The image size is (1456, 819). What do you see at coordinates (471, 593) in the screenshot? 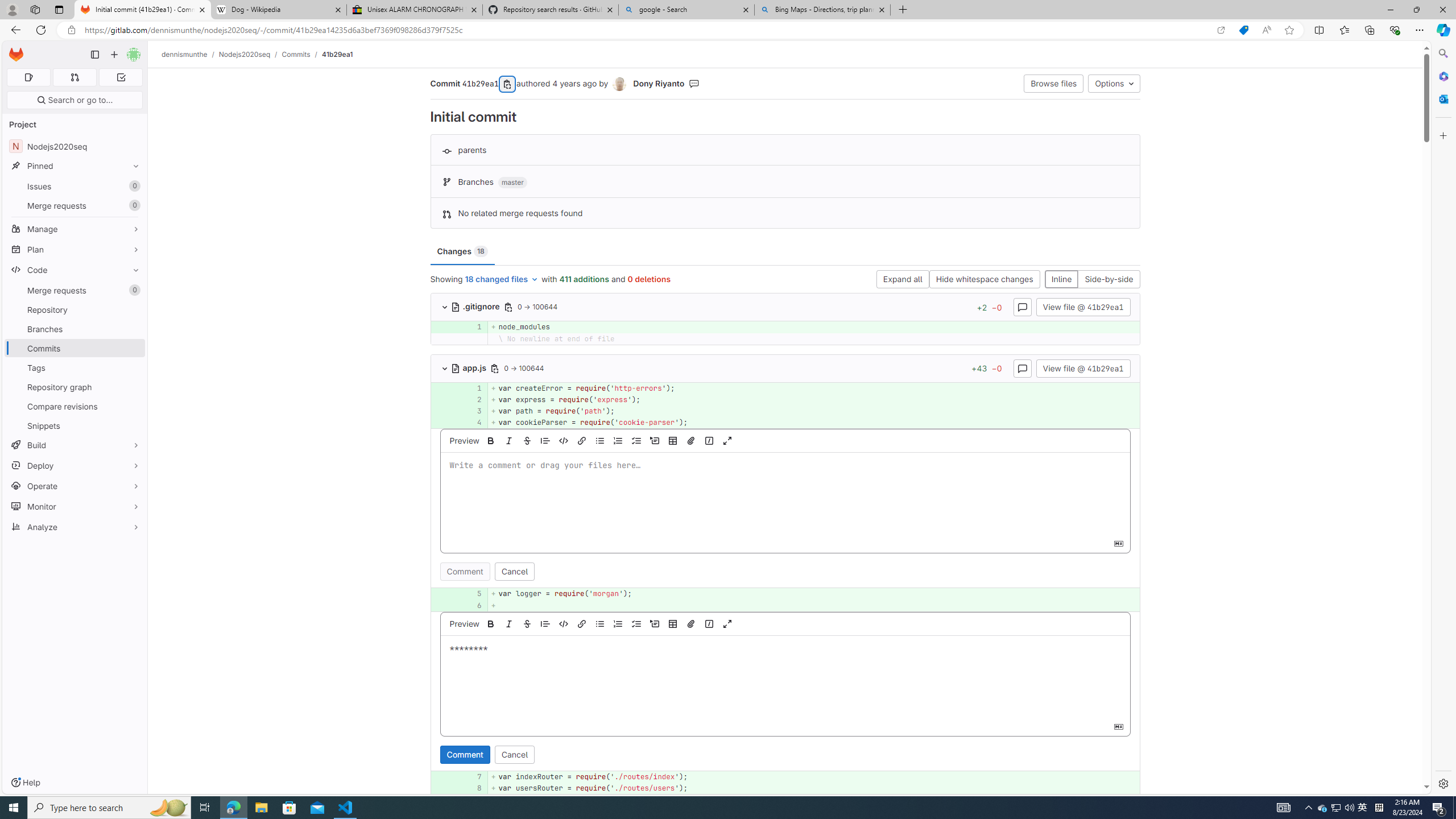
I see `'5'` at bounding box center [471, 593].